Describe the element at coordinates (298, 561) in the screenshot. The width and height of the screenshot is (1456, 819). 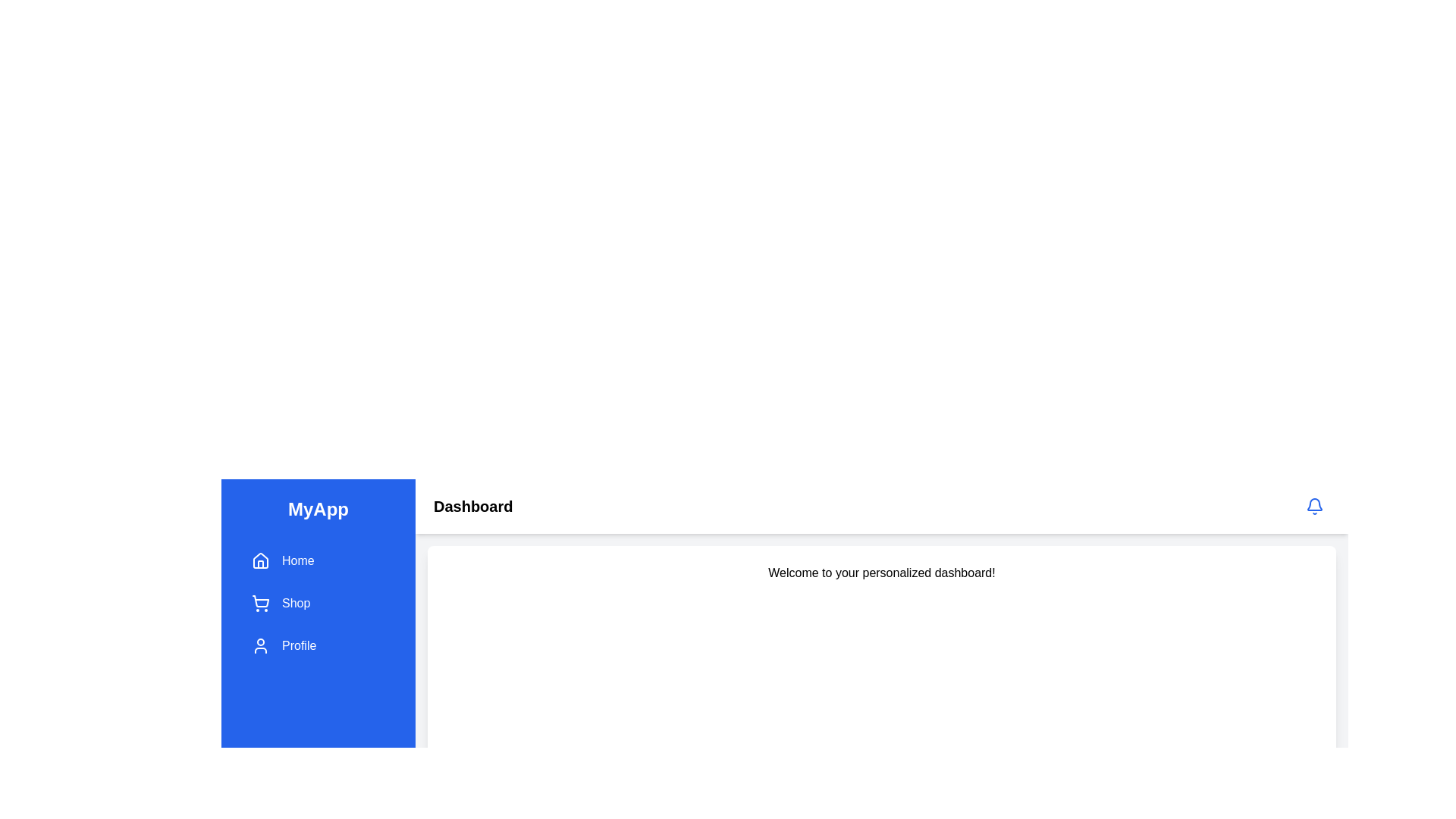
I see `the 'Home' text label in the navigation menu` at that location.